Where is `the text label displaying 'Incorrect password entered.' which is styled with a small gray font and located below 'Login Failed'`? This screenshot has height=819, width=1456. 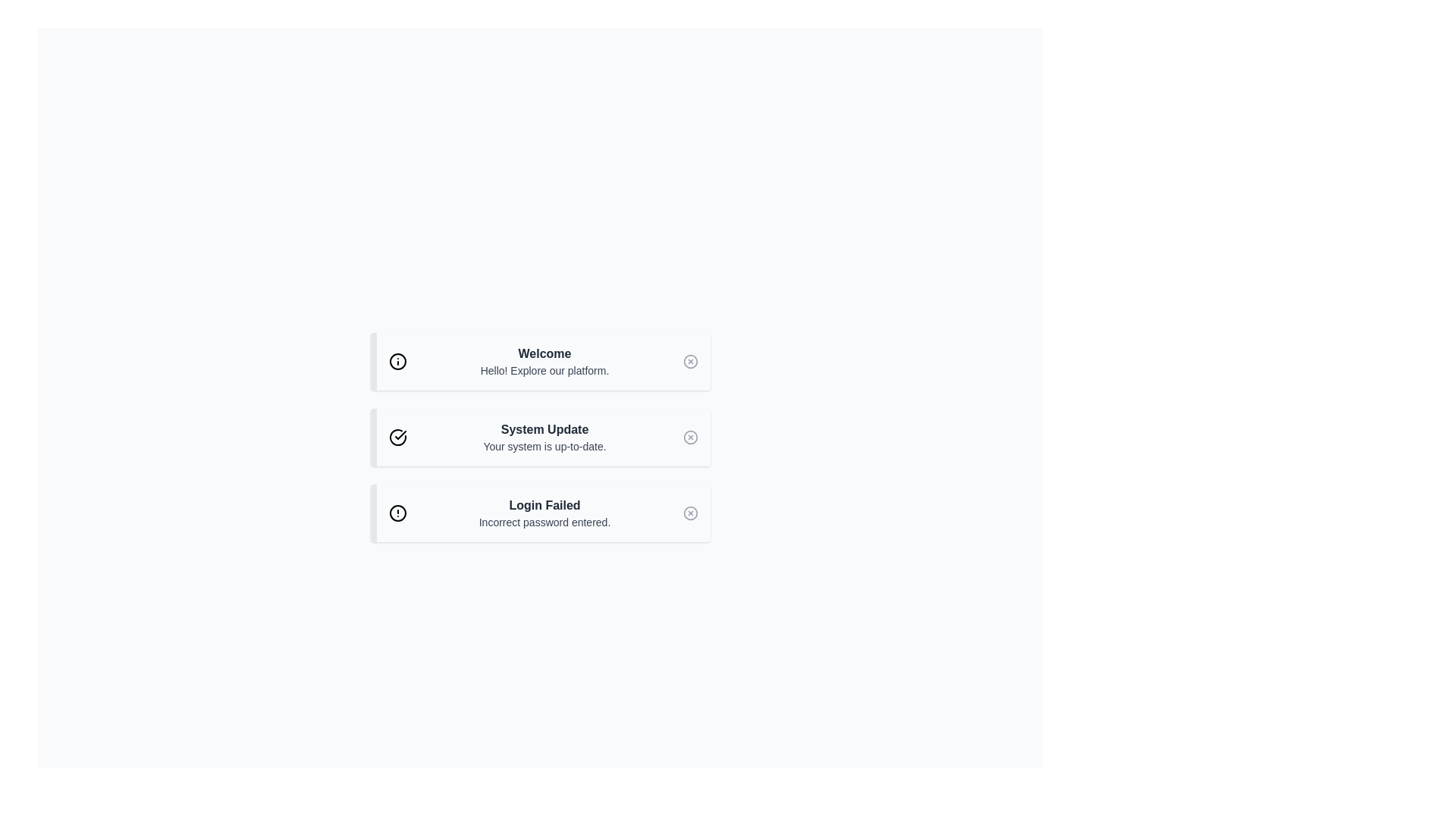 the text label displaying 'Incorrect password entered.' which is styled with a small gray font and located below 'Login Failed' is located at coordinates (544, 522).